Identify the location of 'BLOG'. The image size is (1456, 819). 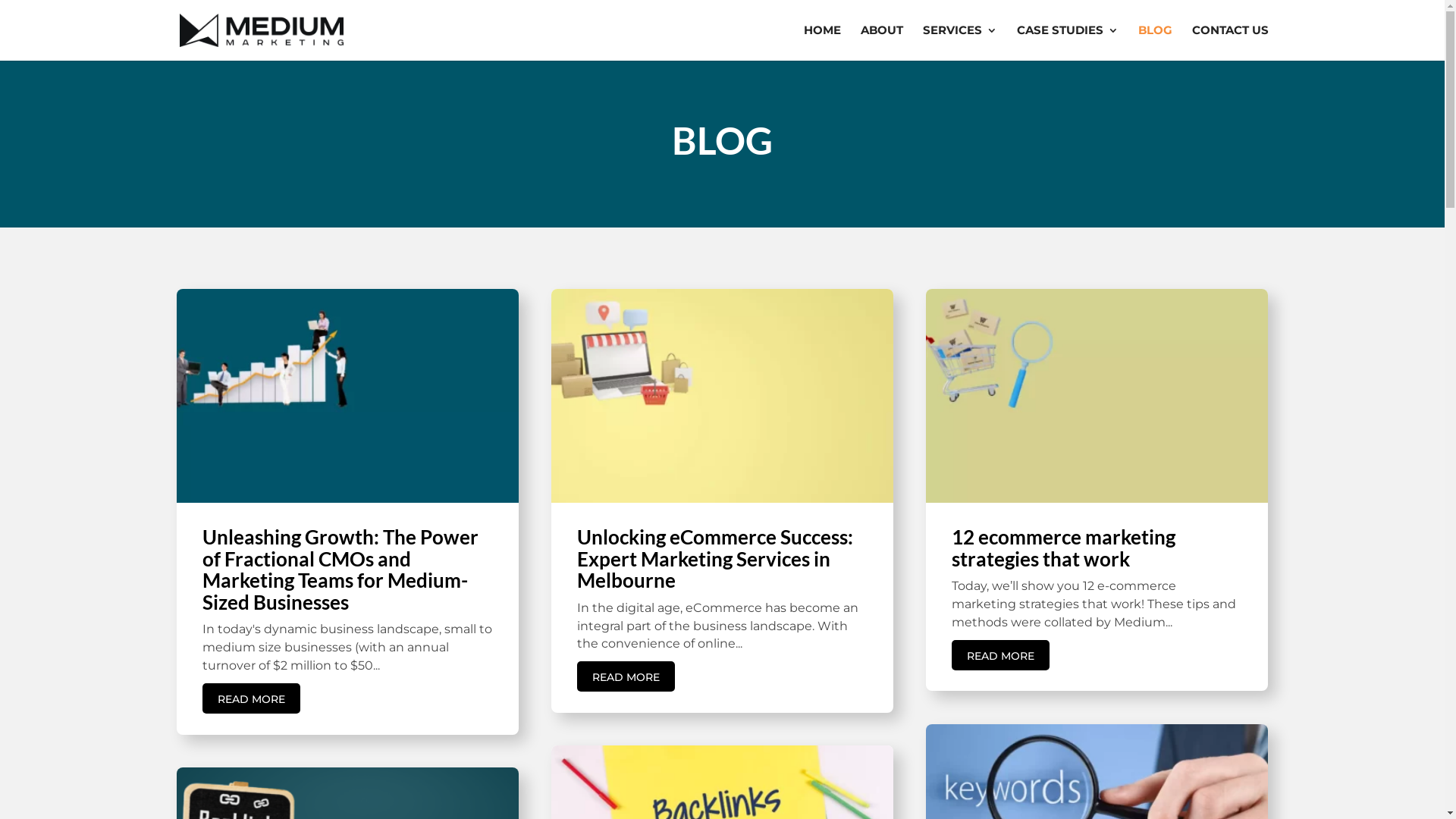
(1153, 42).